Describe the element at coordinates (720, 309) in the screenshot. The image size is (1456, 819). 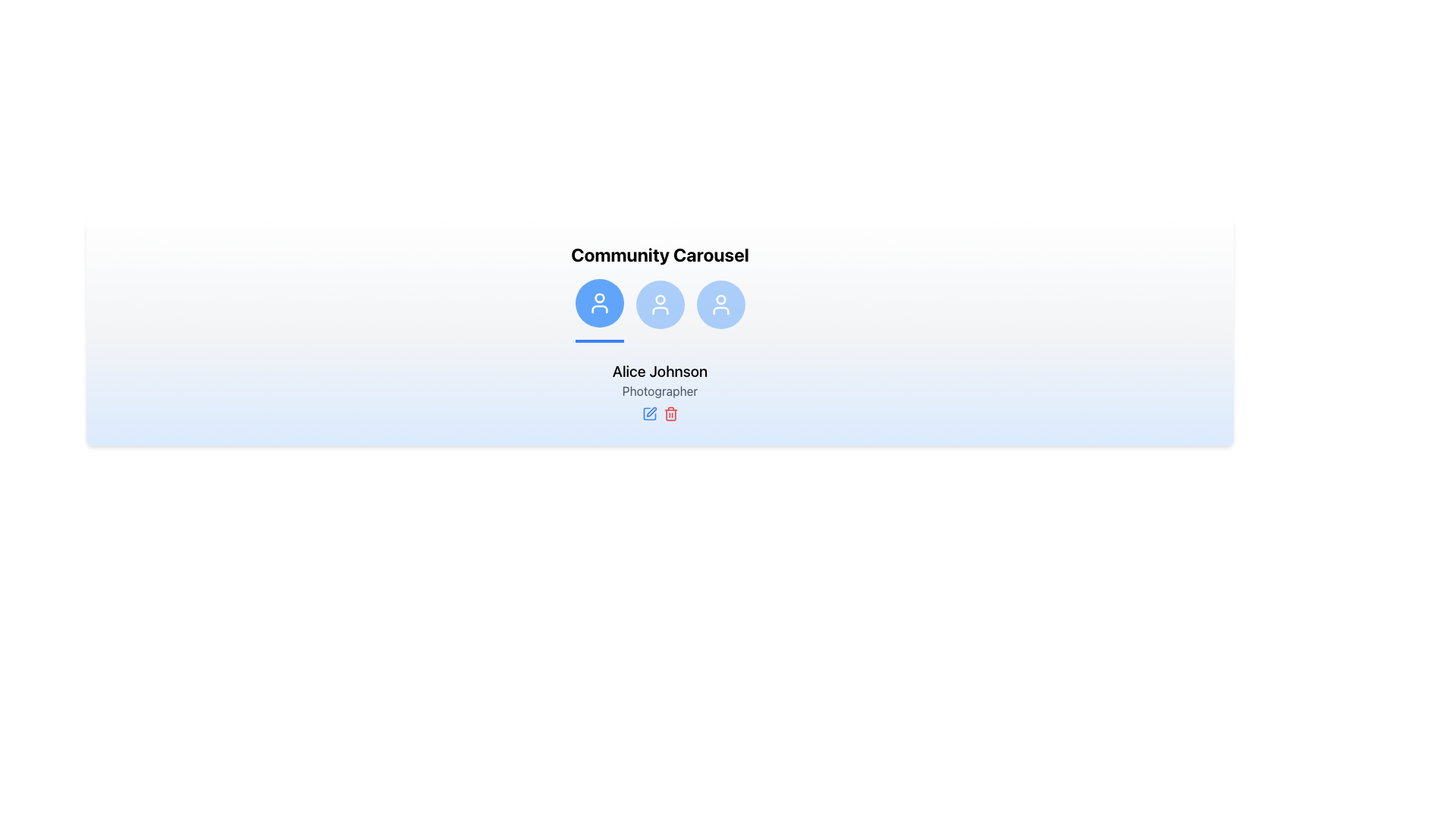
I see `the enclosing button of the third circular button representing a user icon in the Community Carousel by clicking on its center` at that location.